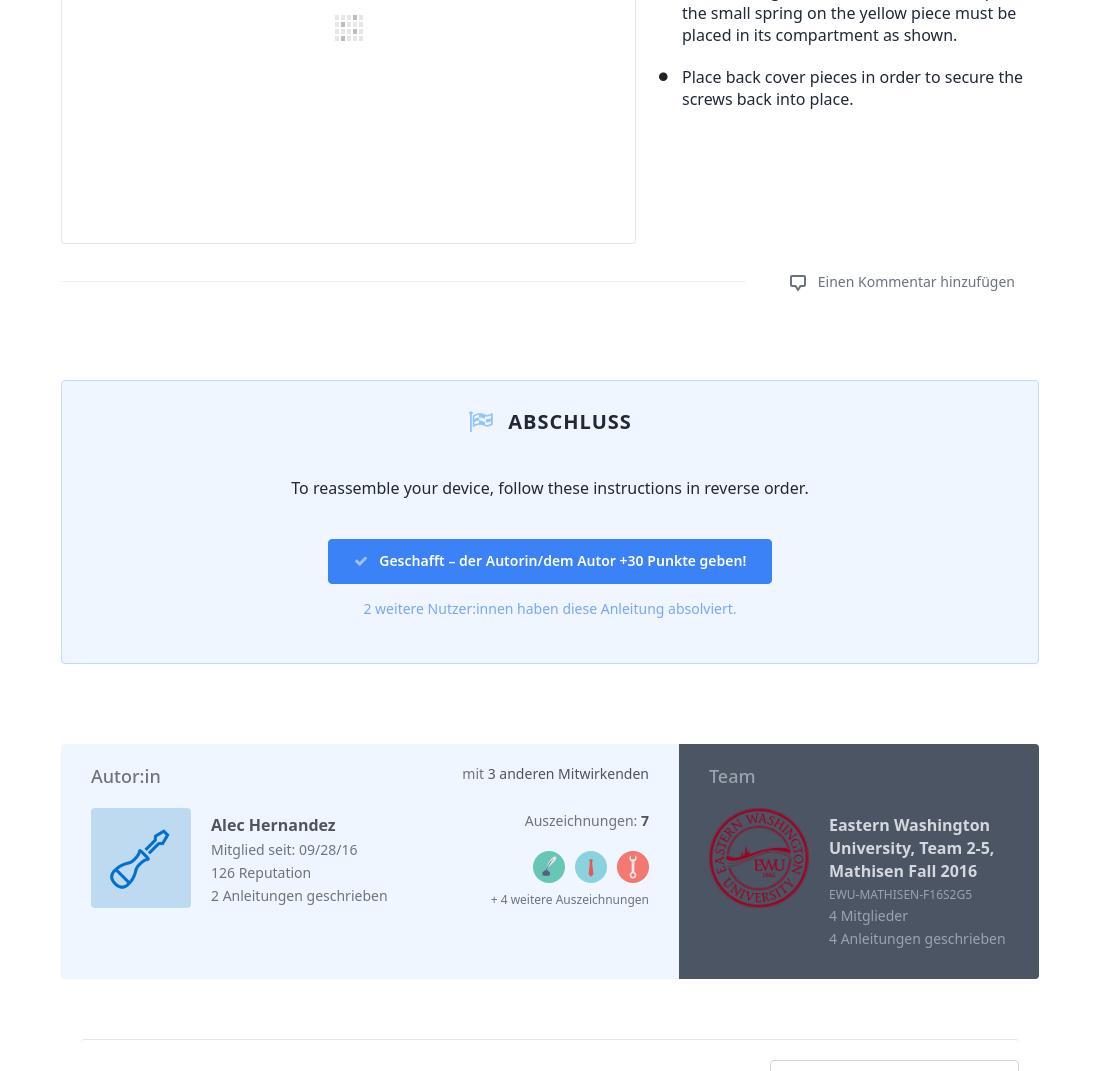  I want to click on 'Team', so click(731, 775).